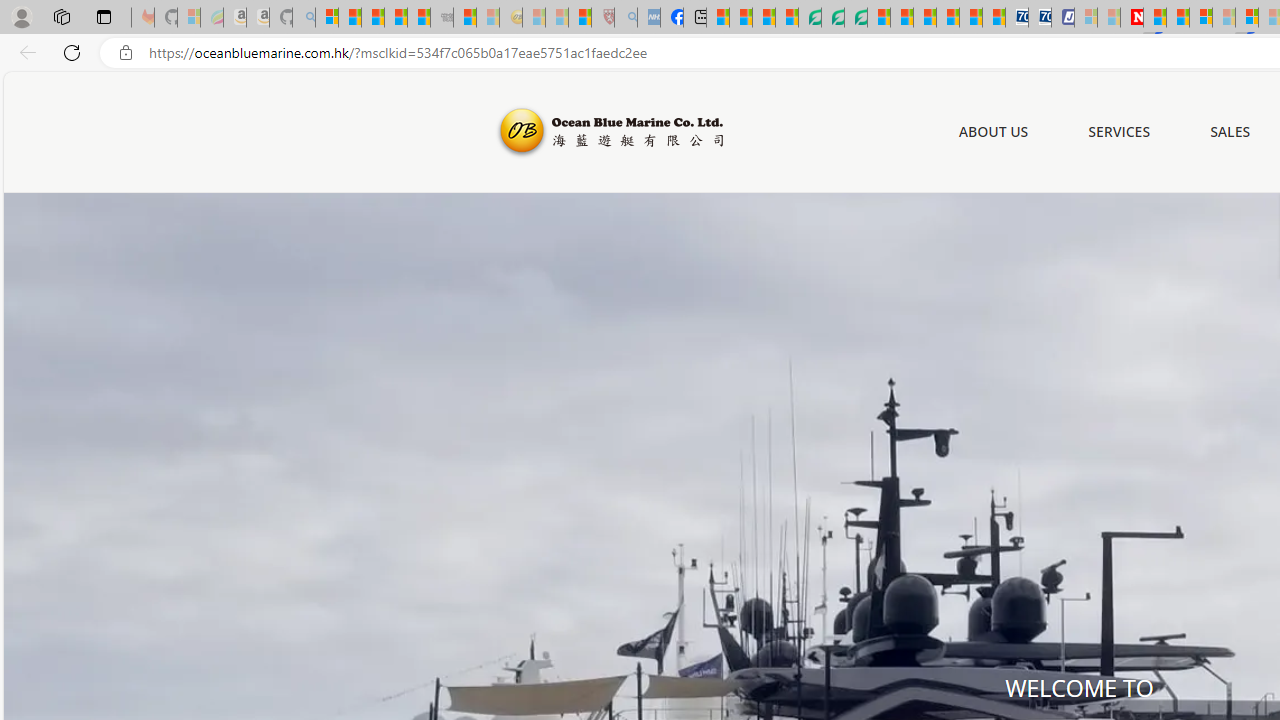 This screenshot has width=1280, height=720. What do you see at coordinates (993, 132) in the screenshot?
I see `'ABOUT US'` at bounding box center [993, 132].